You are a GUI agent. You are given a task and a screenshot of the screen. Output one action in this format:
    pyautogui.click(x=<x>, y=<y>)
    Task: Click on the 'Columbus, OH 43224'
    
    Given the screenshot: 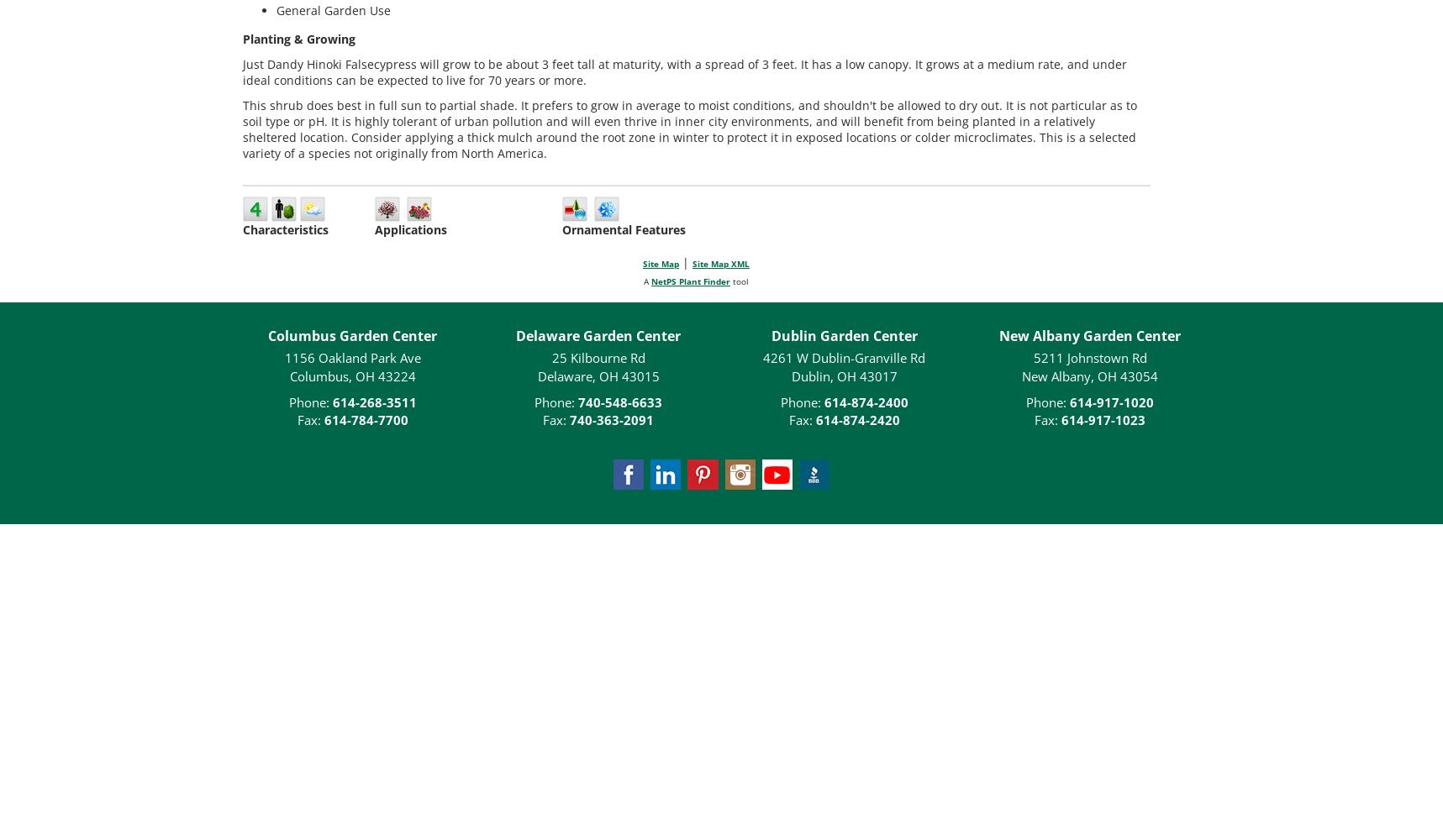 What is the action you would take?
    pyautogui.click(x=288, y=375)
    